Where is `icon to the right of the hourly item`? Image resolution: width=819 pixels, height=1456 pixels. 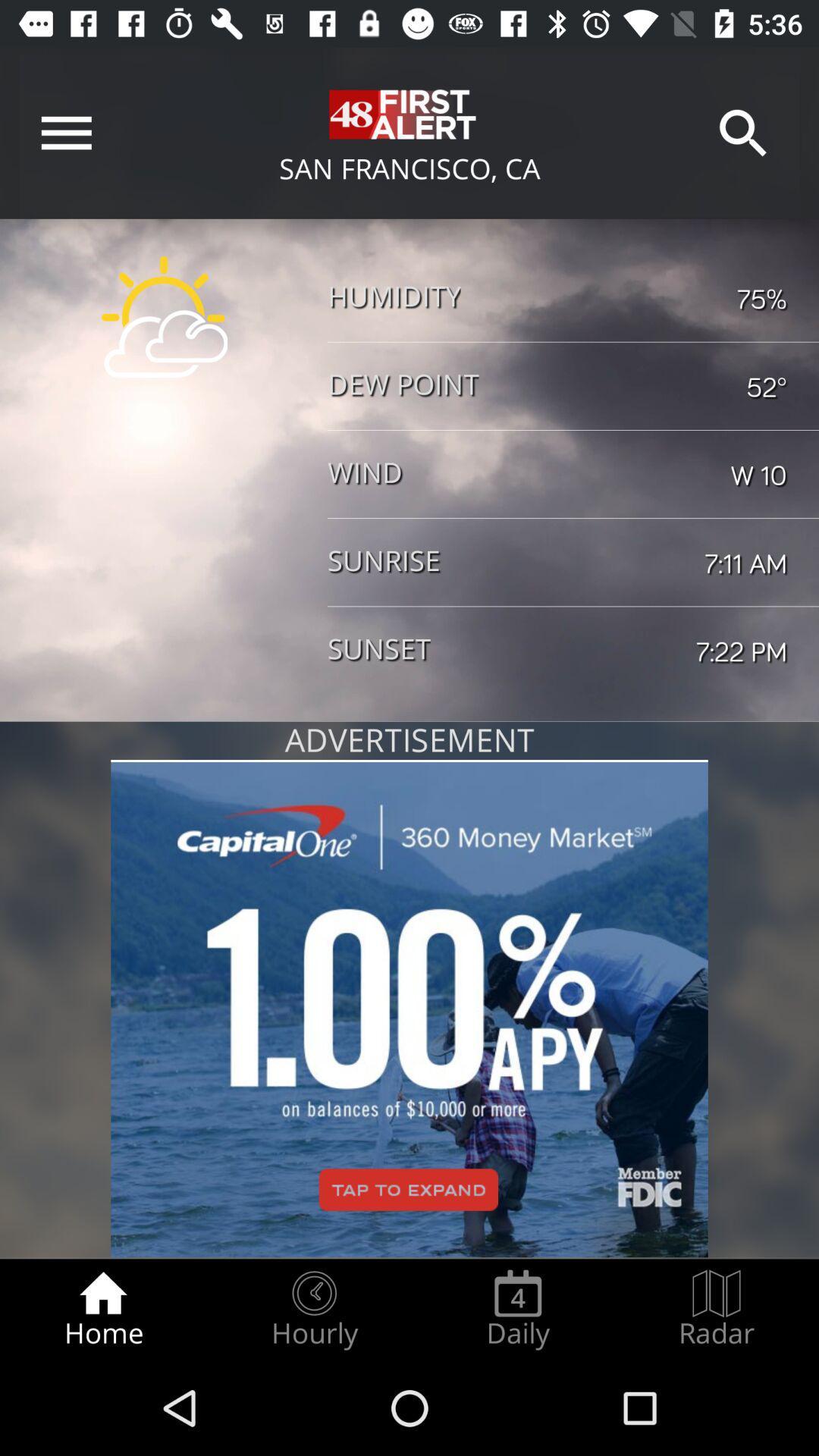 icon to the right of the hourly item is located at coordinates (517, 1309).